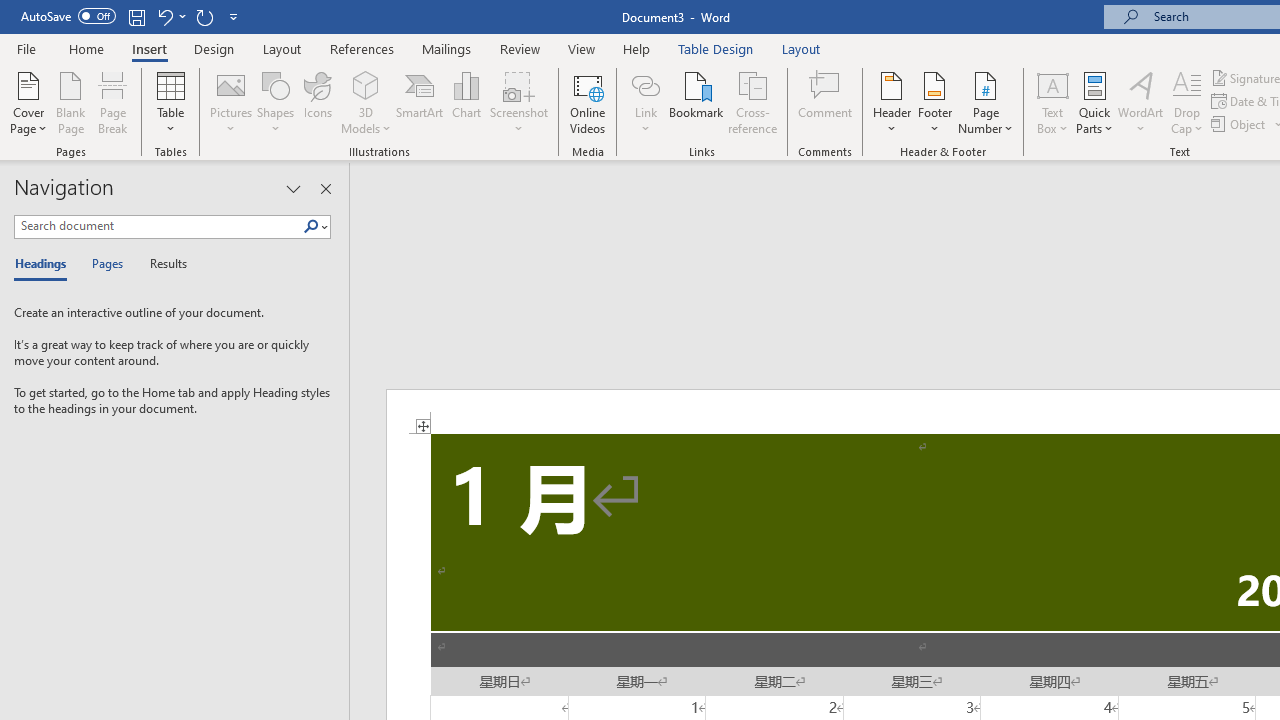 This screenshot has width=1280, height=720. I want to click on 'Table Design', so click(716, 48).